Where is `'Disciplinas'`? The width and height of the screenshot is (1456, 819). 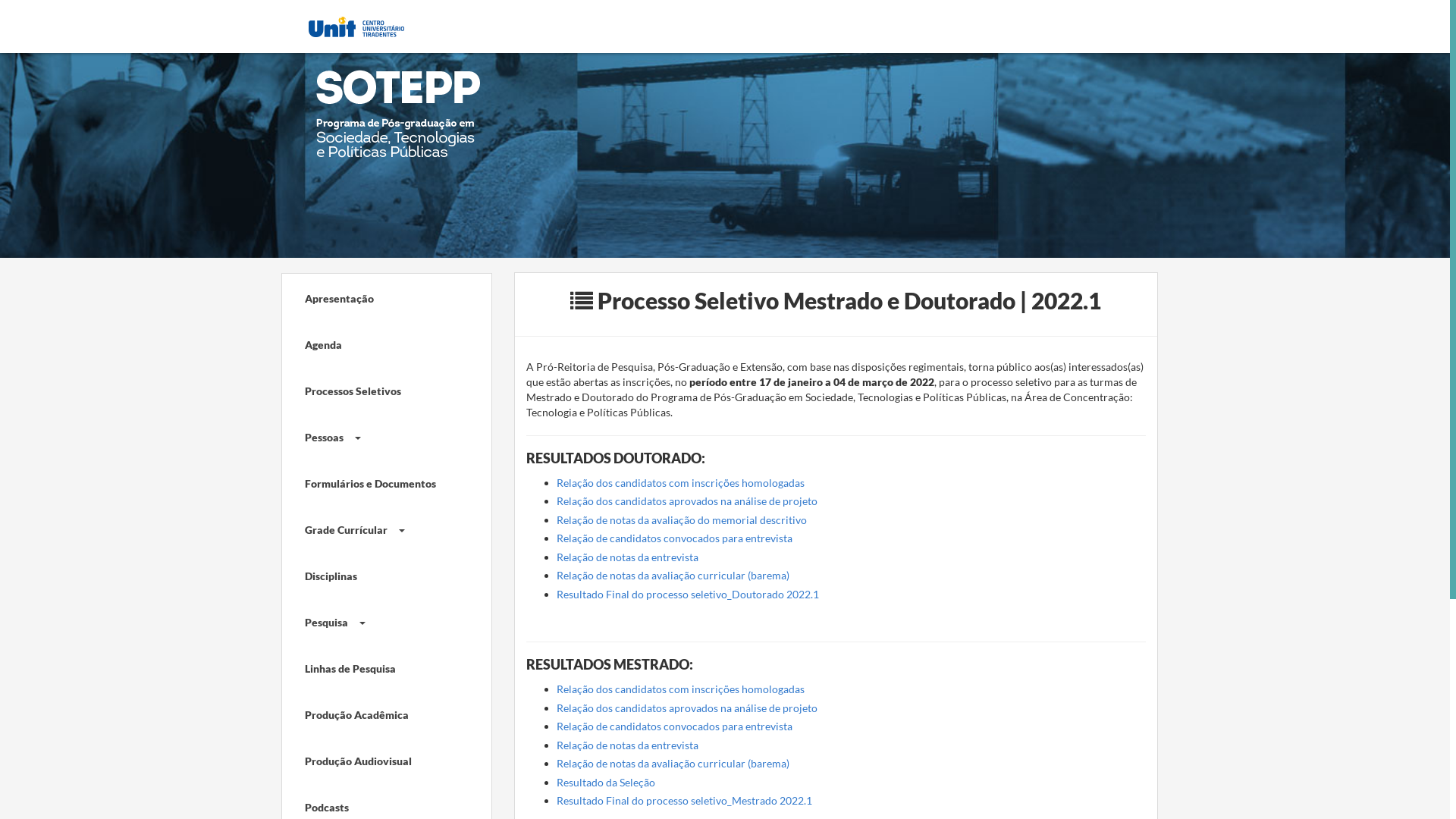
'Disciplinas' is located at coordinates (374, 574).